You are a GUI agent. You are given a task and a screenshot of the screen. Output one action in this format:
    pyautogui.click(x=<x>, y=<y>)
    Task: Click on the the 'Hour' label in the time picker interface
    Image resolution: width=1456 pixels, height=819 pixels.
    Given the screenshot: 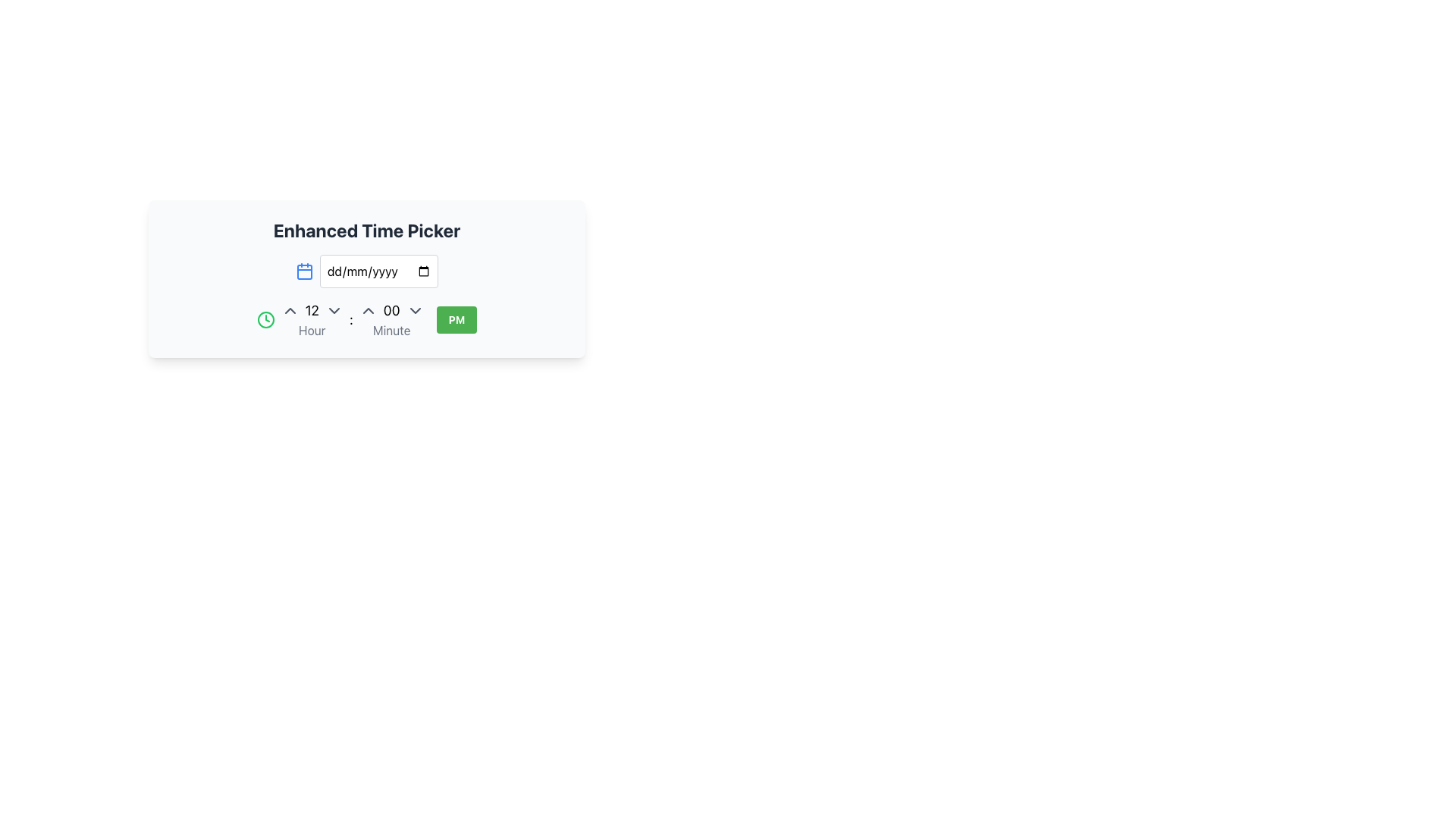 What is the action you would take?
    pyautogui.click(x=311, y=318)
    